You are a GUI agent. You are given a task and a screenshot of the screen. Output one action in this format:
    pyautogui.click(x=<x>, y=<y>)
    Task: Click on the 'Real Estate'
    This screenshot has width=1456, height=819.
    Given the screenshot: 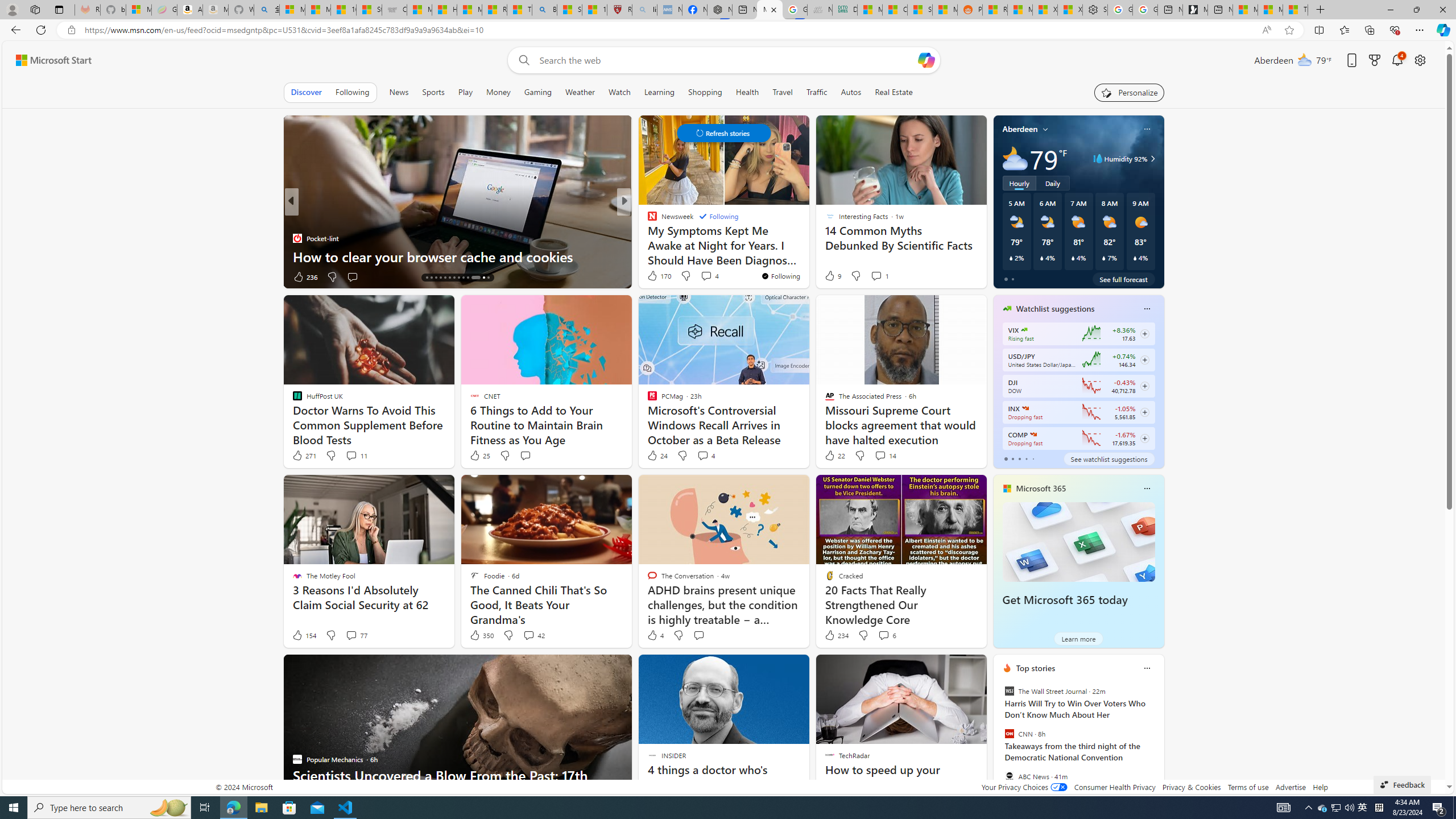 What is the action you would take?
    pyautogui.click(x=893, y=92)
    